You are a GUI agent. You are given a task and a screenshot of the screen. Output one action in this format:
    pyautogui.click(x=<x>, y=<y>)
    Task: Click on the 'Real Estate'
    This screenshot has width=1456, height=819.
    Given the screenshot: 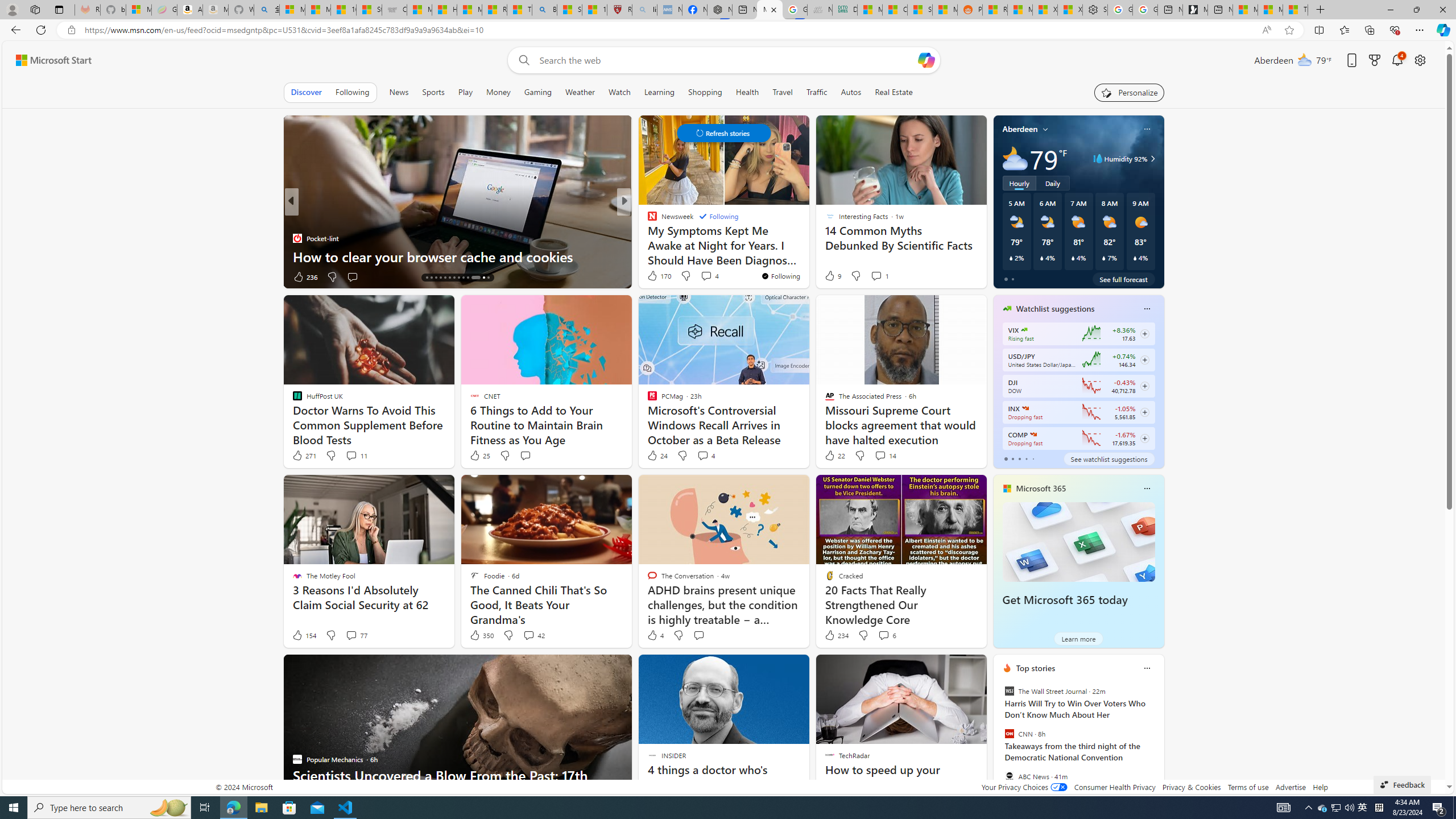 What is the action you would take?
    pyautogui.click(x=893, y=92)
    